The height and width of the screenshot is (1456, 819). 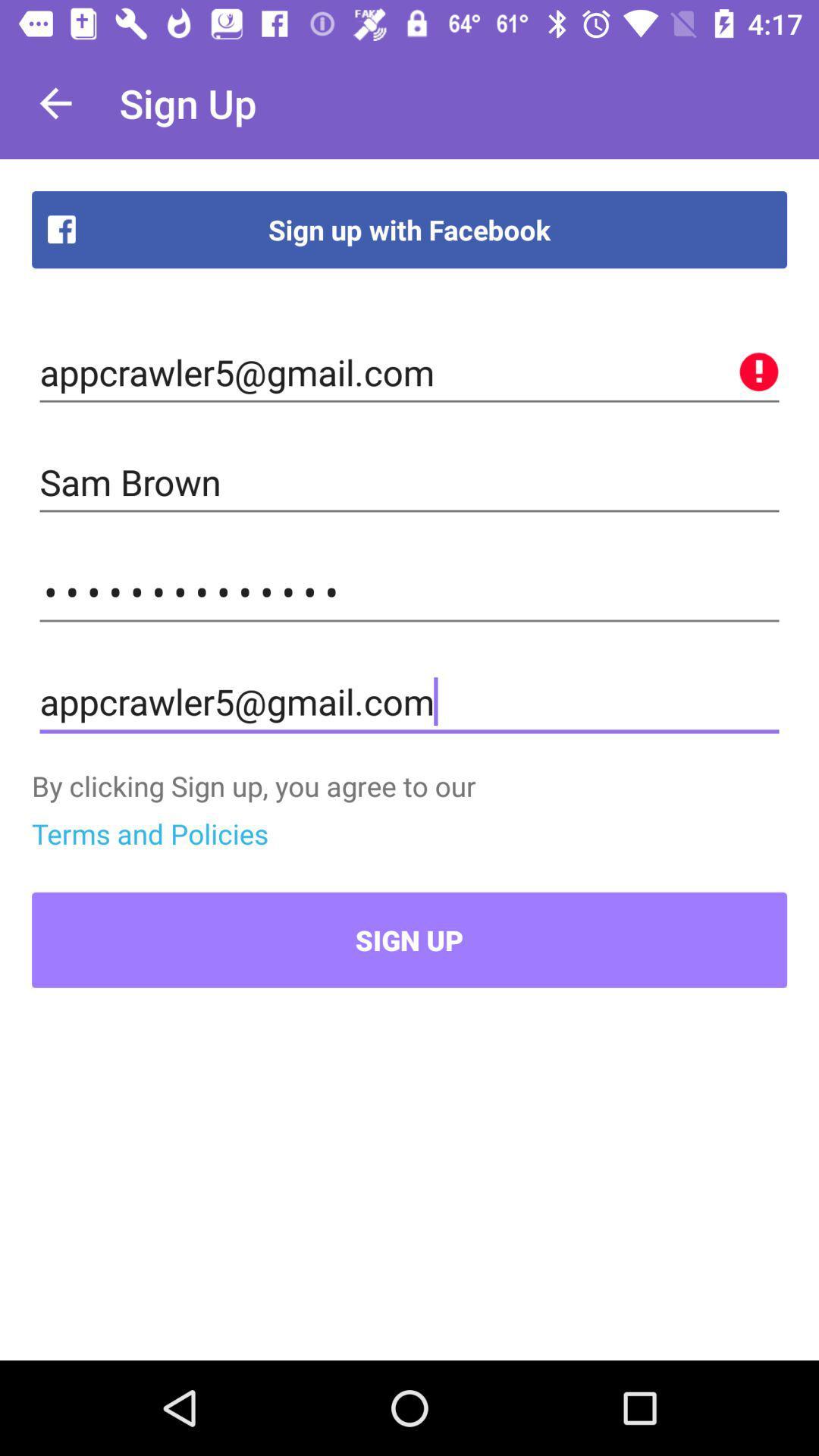 What do you see at coordinates (55, 102) in the screenshot?
I see `the app next to the sign up app` at bounding box center [55, 102].